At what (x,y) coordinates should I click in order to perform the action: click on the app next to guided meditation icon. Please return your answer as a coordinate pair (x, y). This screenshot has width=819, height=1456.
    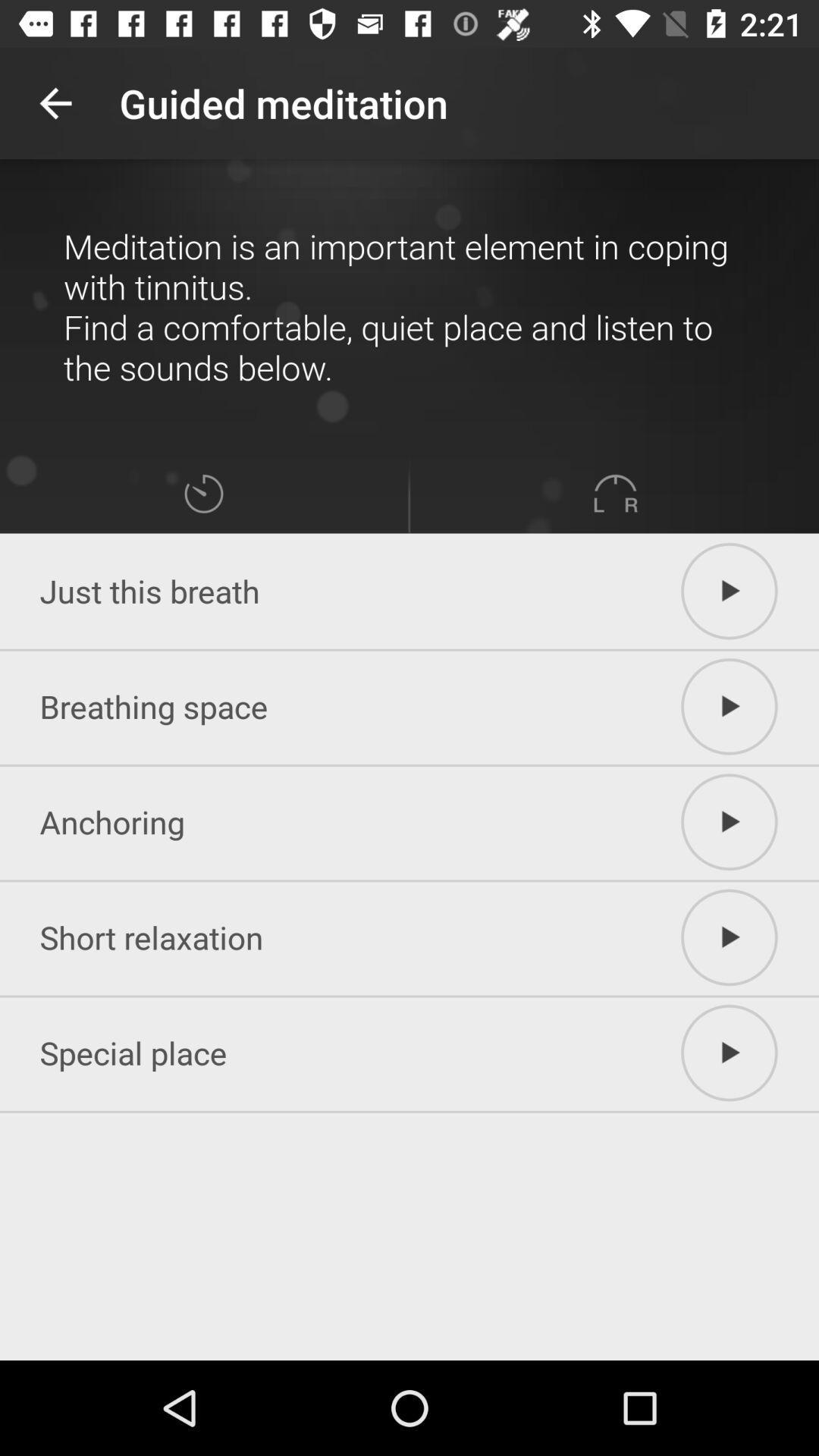
    Looking at the image, I should click on (55, 102).